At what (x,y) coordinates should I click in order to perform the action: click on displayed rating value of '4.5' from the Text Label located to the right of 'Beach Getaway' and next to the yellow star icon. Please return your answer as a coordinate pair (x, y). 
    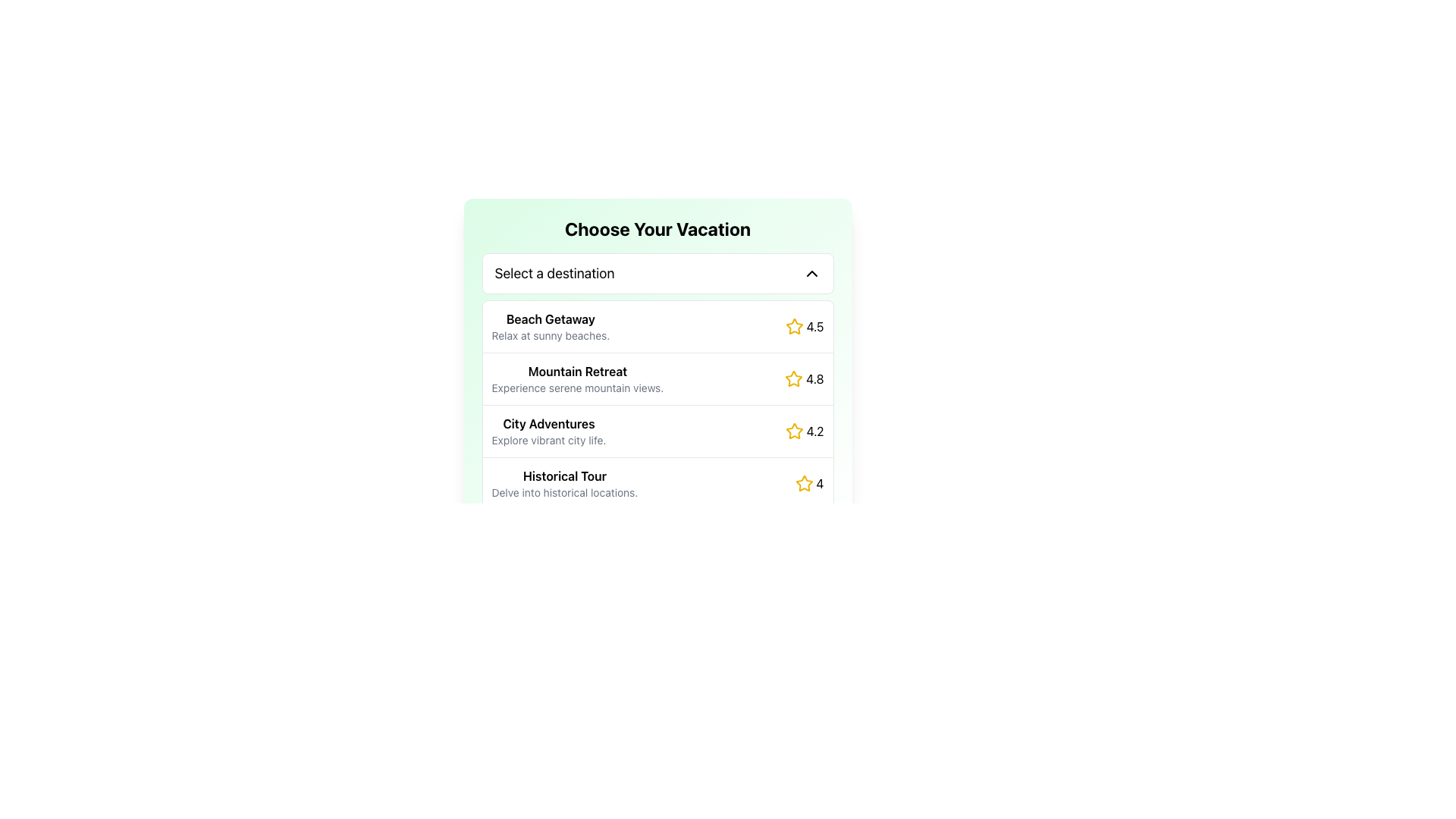
    Looking at the image, I should click on (814, 326).